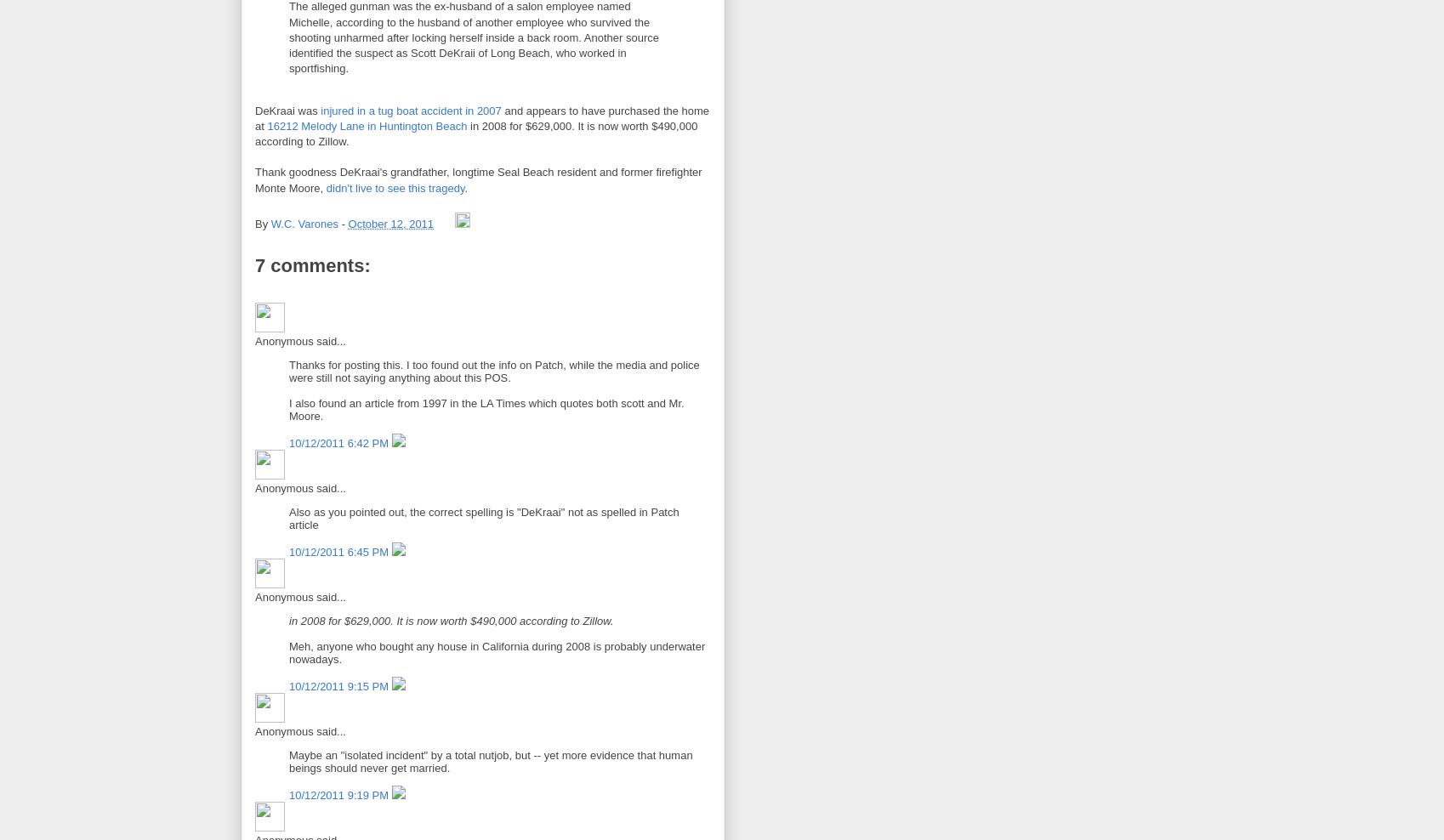 This screenshot has width=1444, height=840. I want to click on '16212 Melody Lane in Huntington Beach', so click(265, 124).